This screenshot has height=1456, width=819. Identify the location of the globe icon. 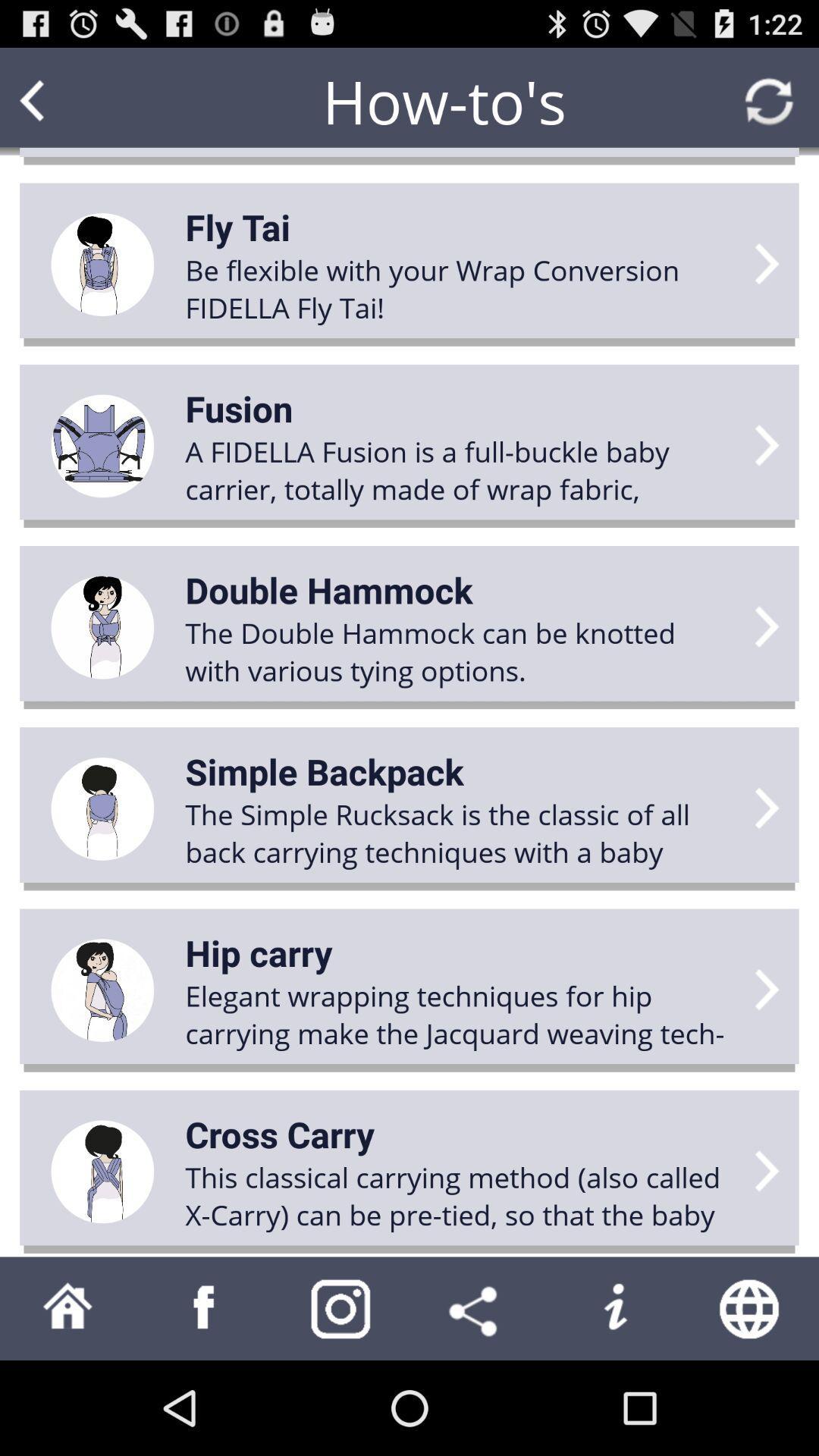
(751, 1400).